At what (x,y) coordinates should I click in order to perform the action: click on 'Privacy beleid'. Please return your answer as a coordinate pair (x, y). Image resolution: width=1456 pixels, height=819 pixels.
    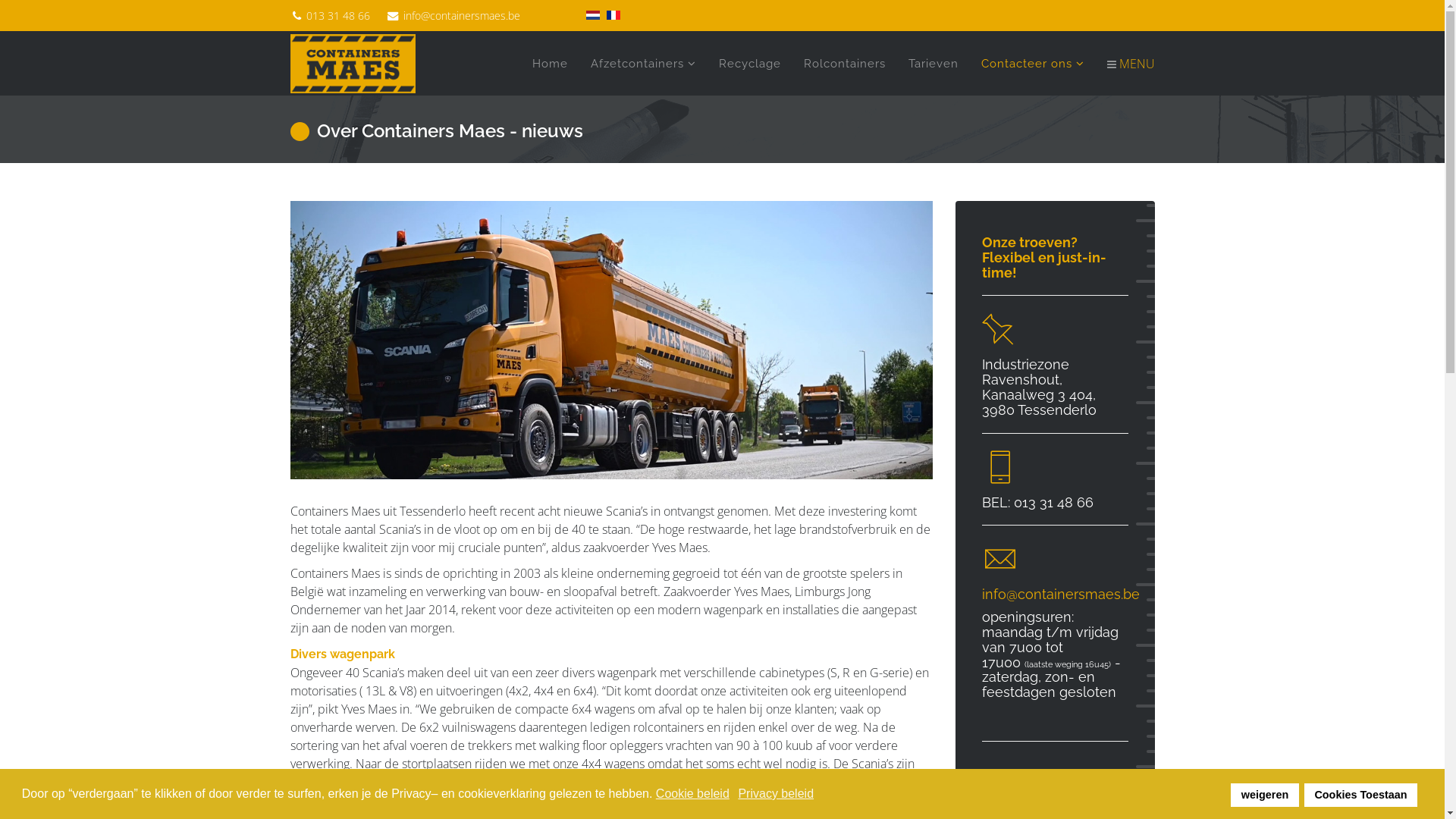
    Looking at the image, I should click on (738, 792).